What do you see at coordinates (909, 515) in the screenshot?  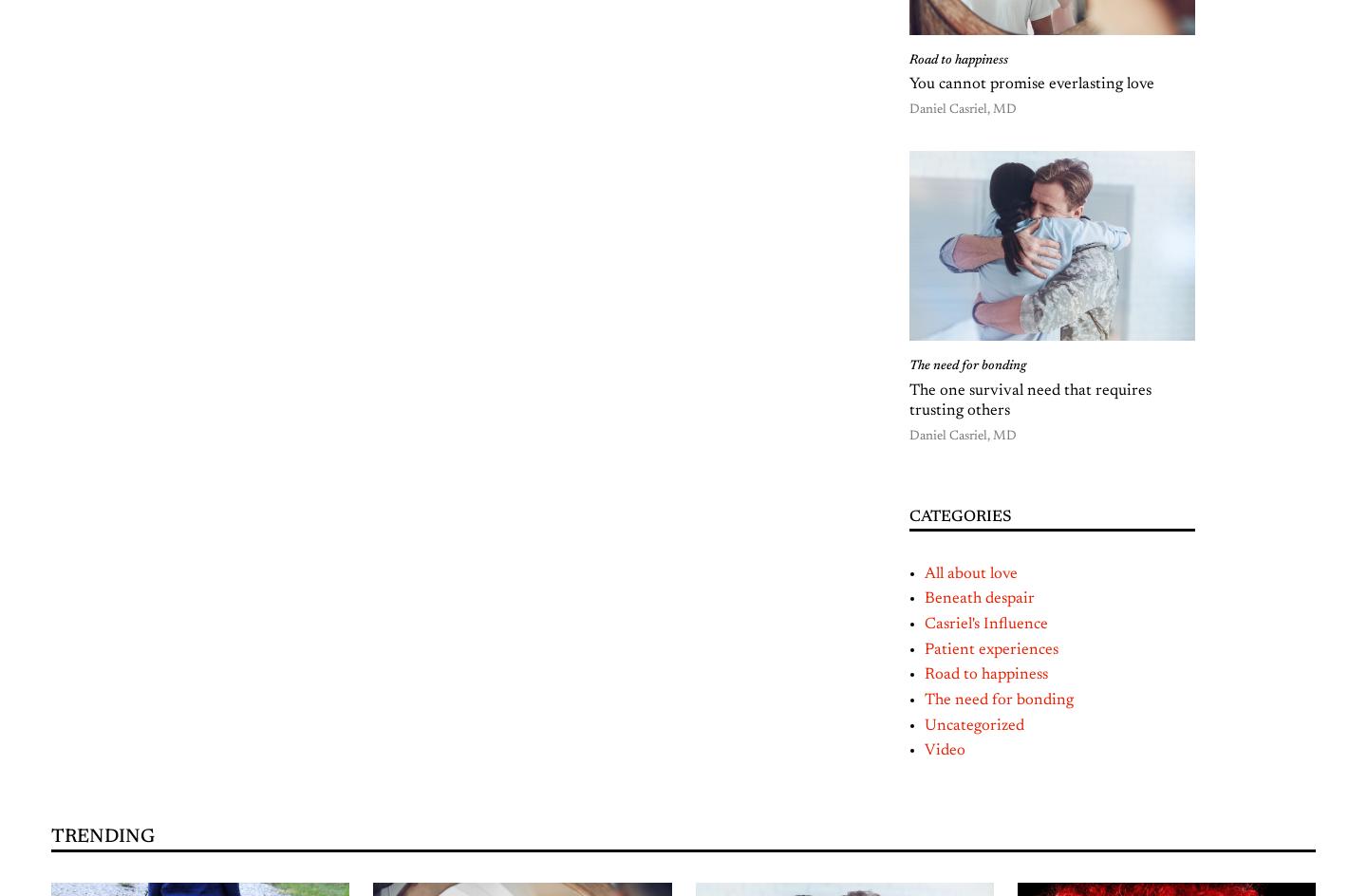 I see `'Categories'` at bounding box center [909, 515].